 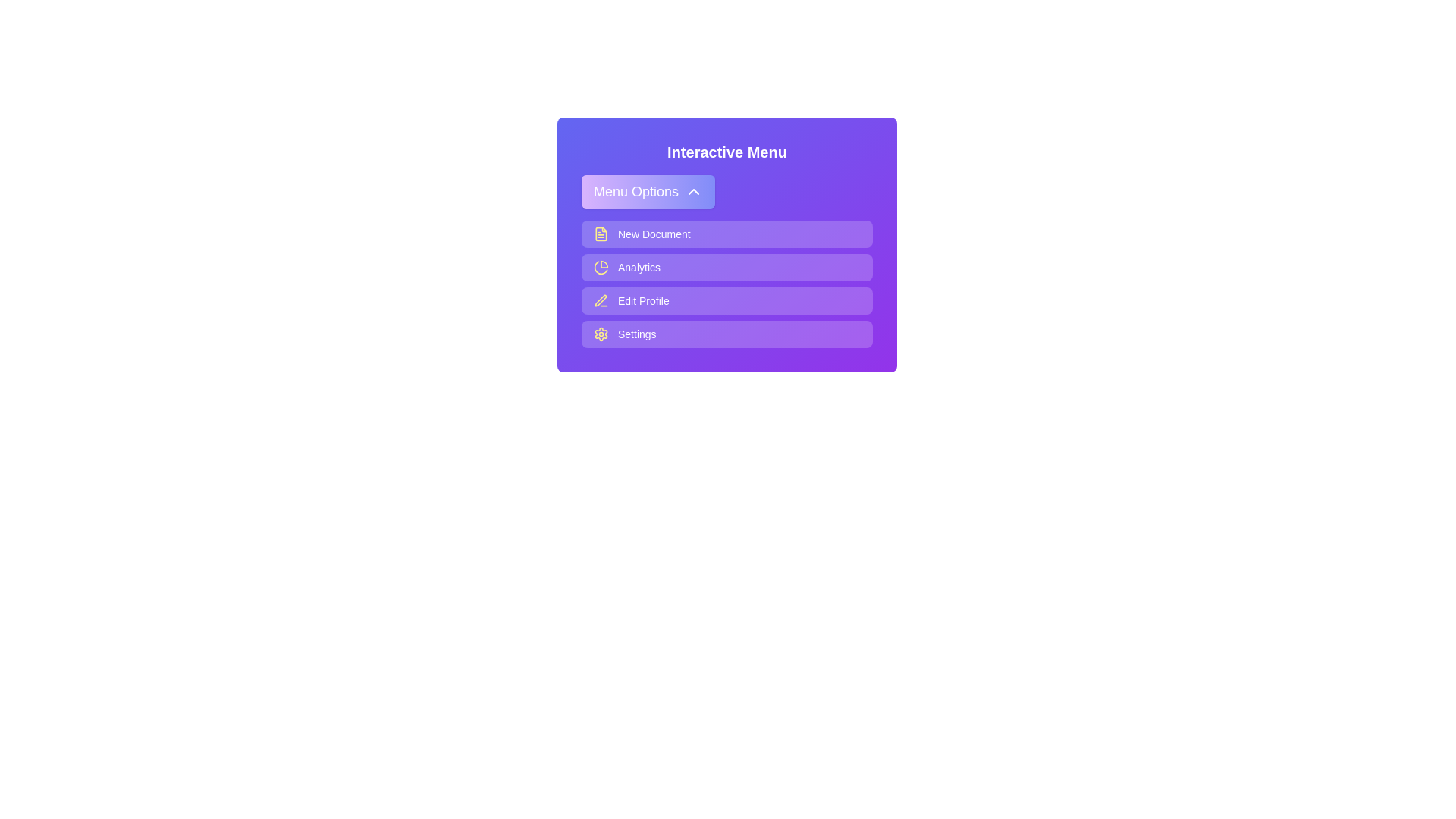 I want to click on the 'Edit Profile' button located in the purple menu panel, positioned between the 'Analytics' button above and the 'Settings' button below, so click(x=726, y=301).